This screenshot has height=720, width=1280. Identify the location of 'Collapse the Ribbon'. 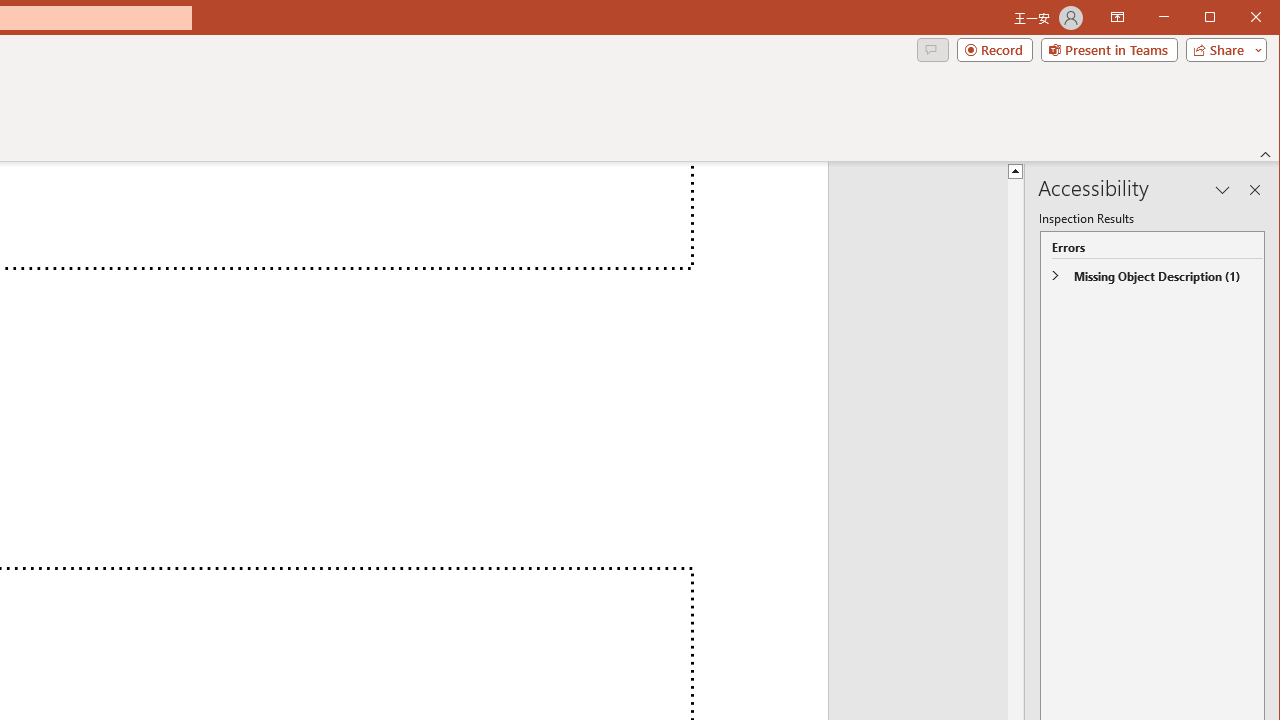
(1265, 153).